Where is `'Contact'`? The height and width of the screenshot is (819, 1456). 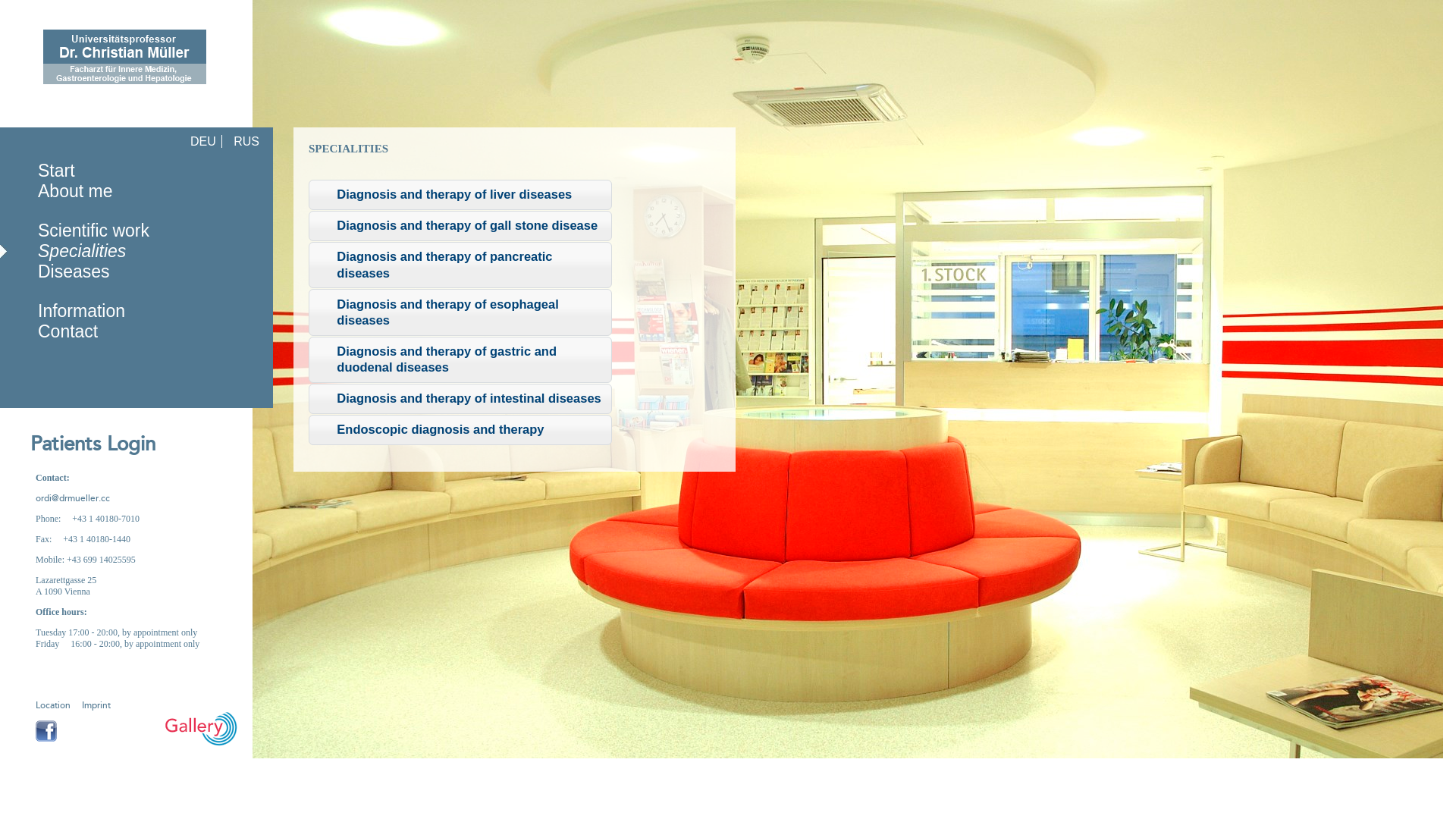 'Contact' is located at coordinates (67, 330).